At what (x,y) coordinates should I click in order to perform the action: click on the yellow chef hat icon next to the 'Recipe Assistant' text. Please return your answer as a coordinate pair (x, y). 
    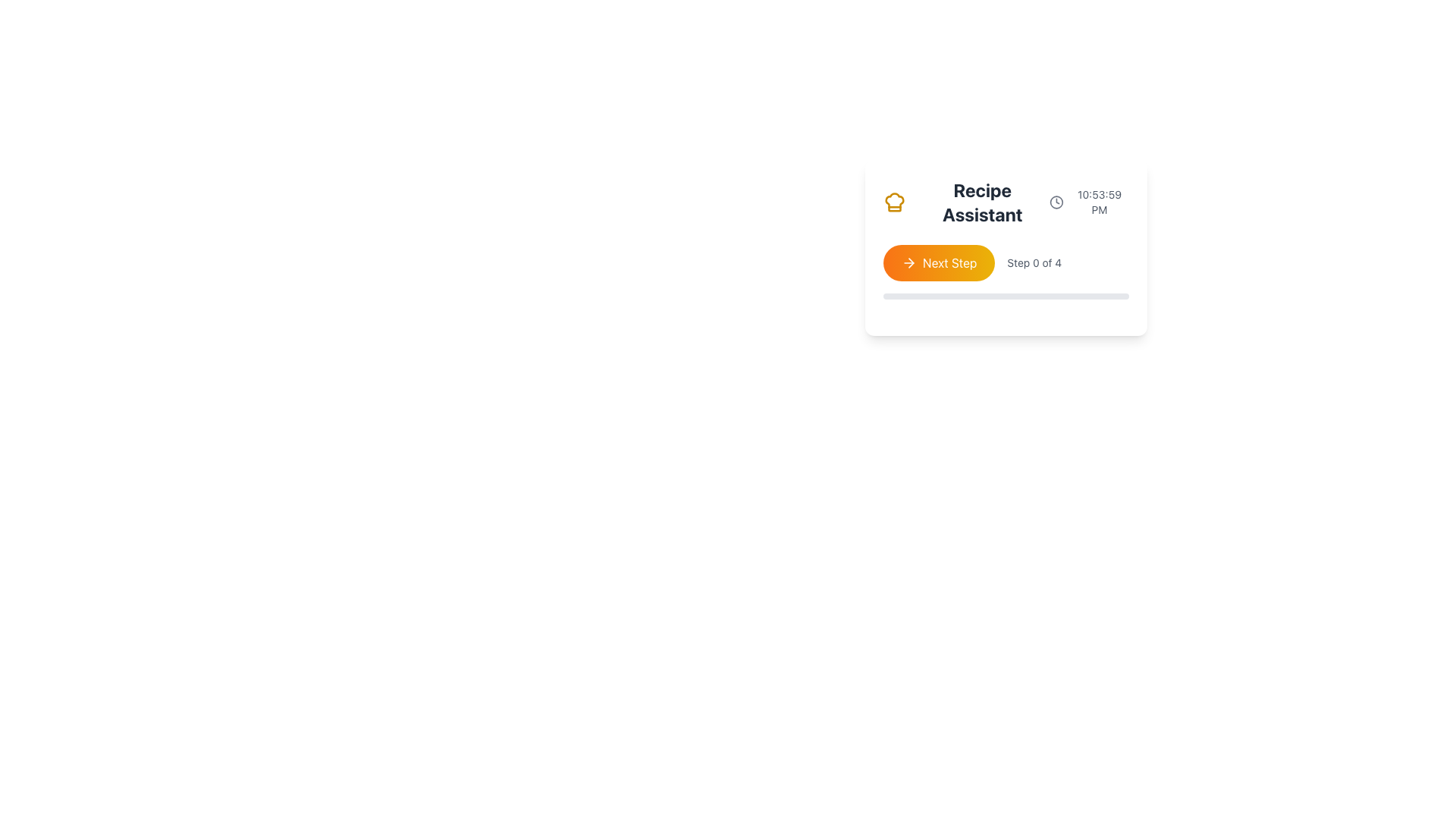
    Looking at the image, I should click on (895, 201).